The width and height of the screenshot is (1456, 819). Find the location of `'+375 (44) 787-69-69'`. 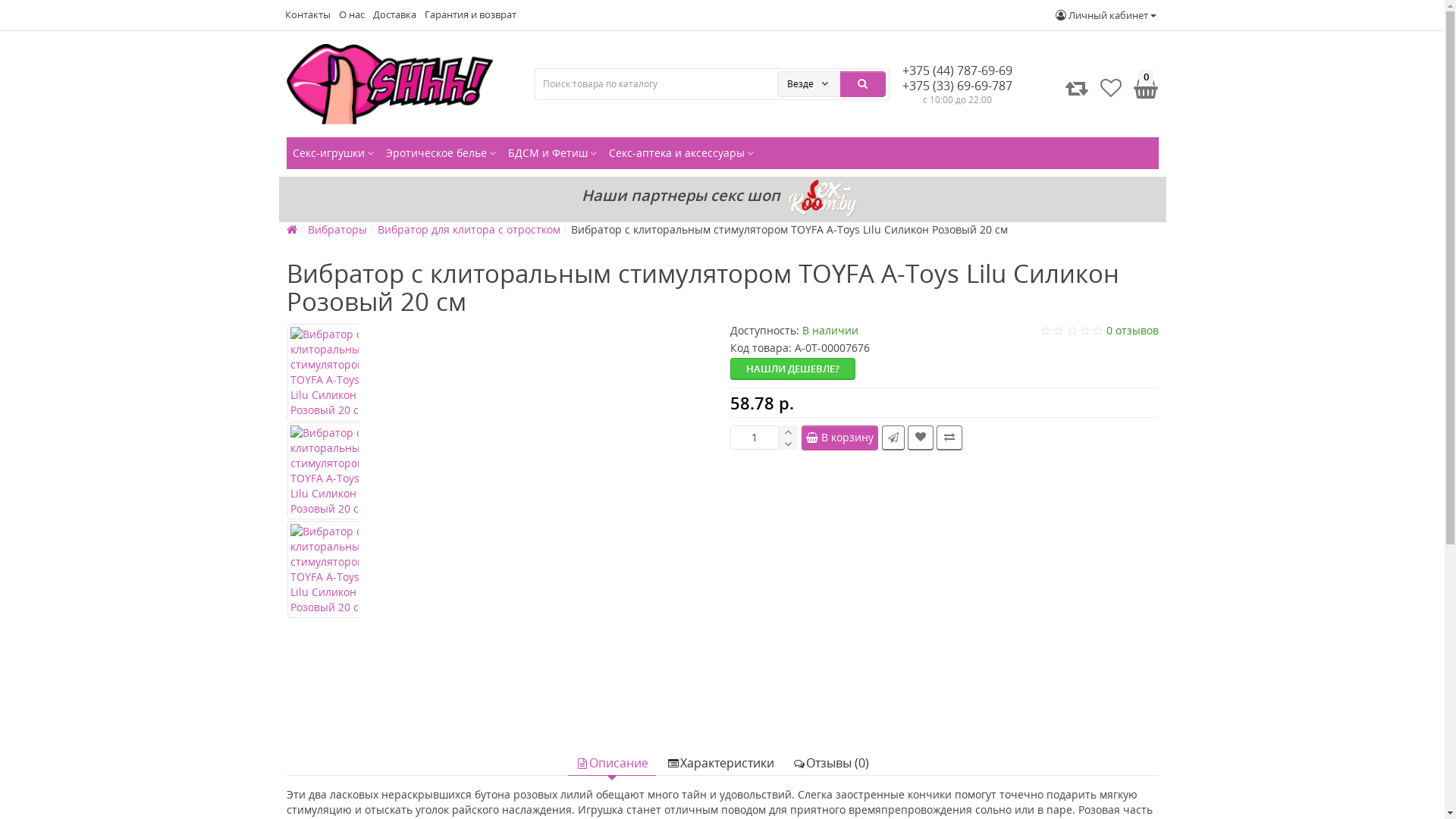

'+375 (44) 787-69-69' is located at coordinates (956, 70).